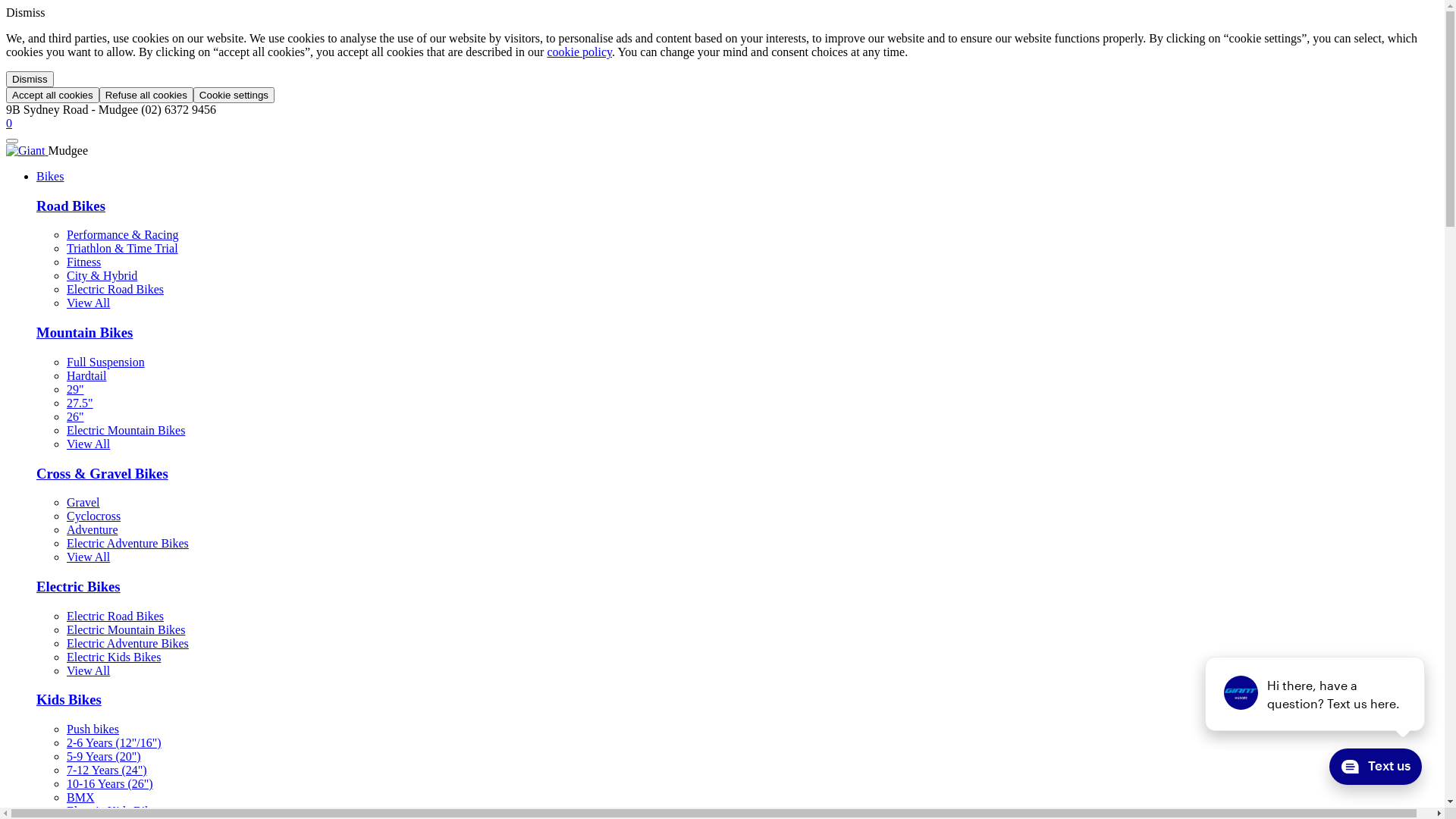 The image size is (1456, 819). Describe the element at coordinates (86, 375) in the screenshot. I see `'Hardtail'` at that location.